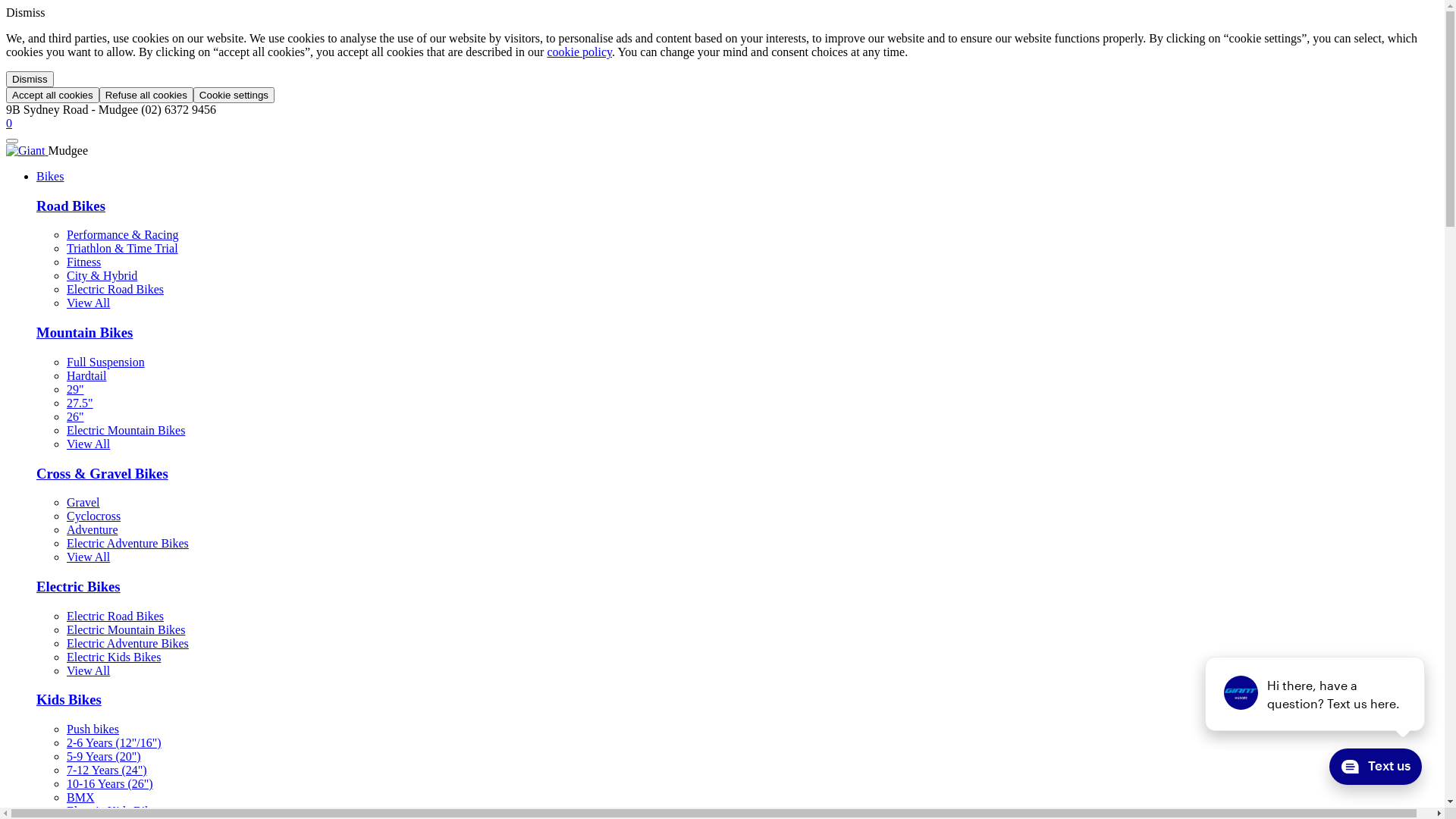 The image size is (1456, 819). Describe the element at coordinates (86, 375) in the screenshot. I see `'Hardtail'` at that location.